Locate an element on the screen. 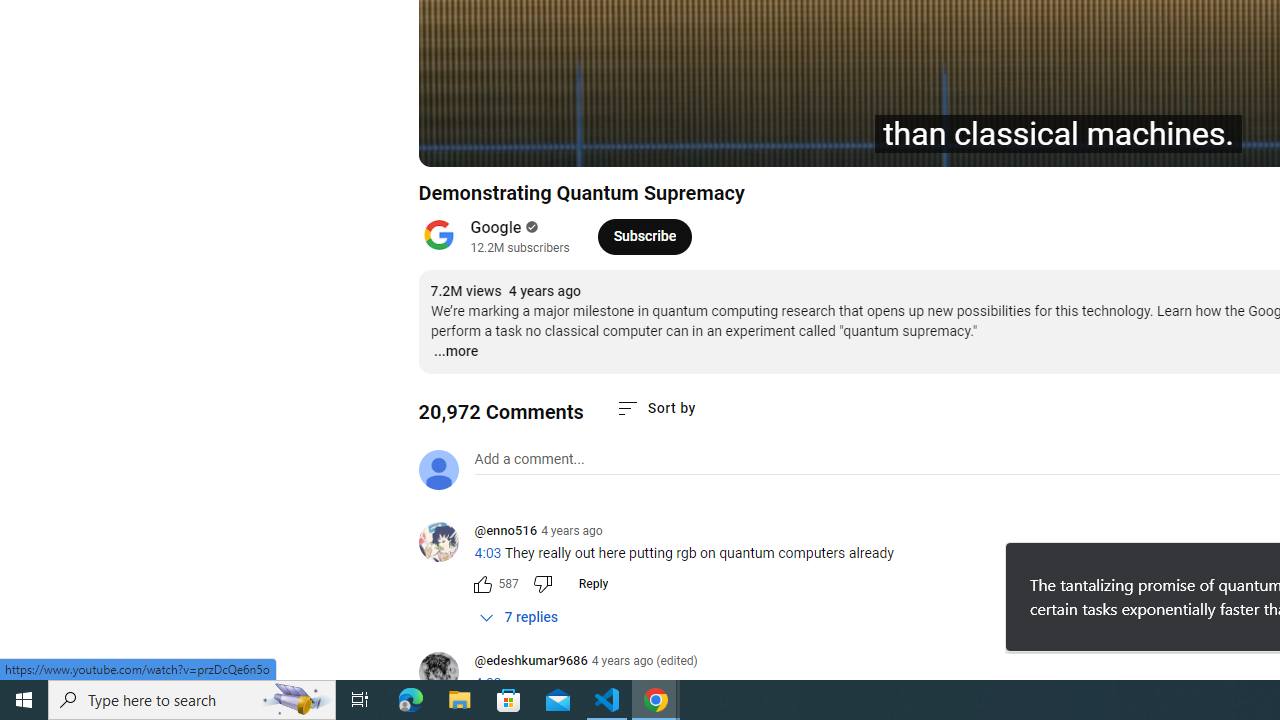 The height and width of the screenshot is (720, 1280). 'Default profile photo' is located at coordinates (438, 470).